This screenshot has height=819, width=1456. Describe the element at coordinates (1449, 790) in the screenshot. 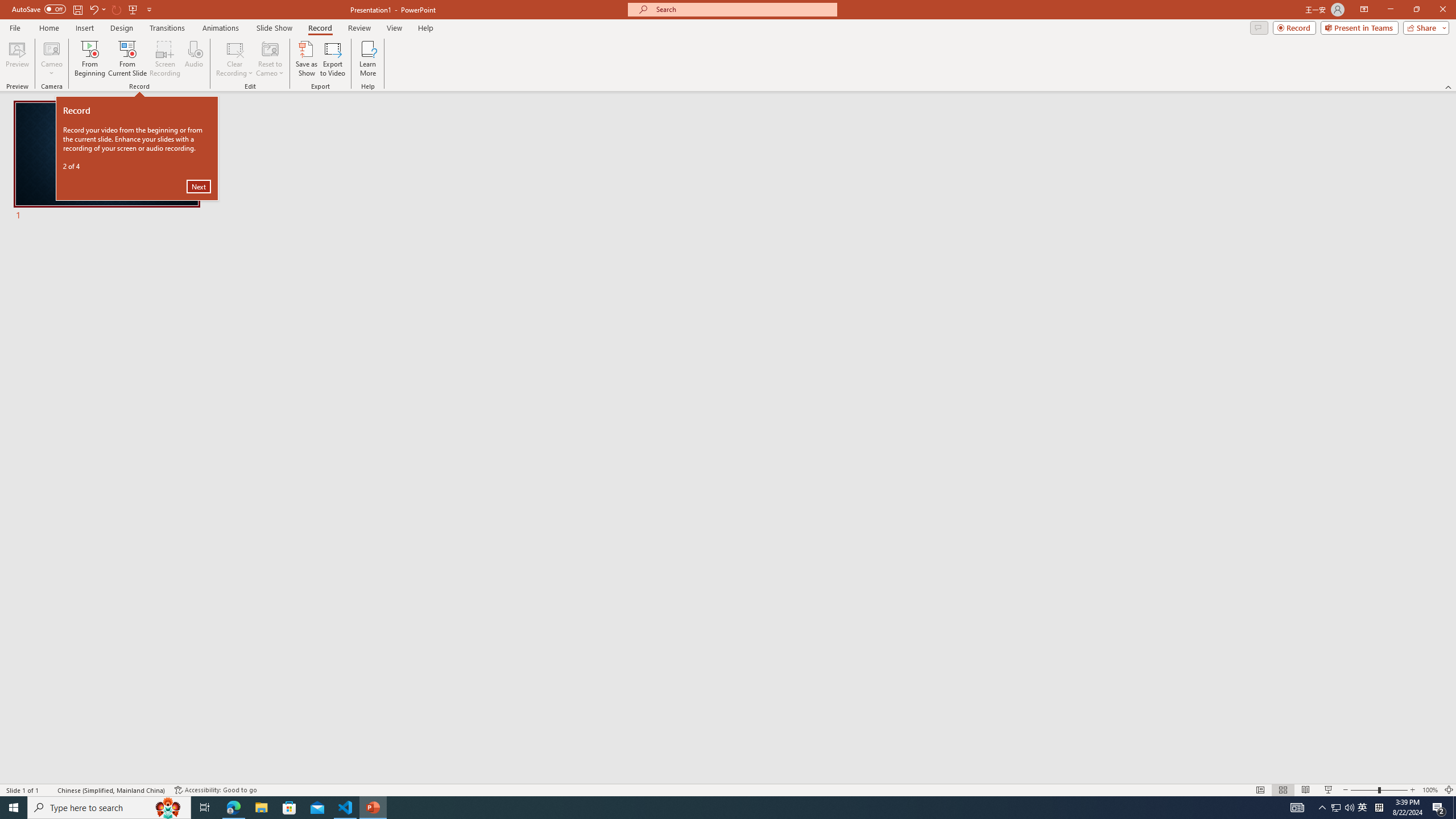

I see `'Zoom to Fit '` at that location.